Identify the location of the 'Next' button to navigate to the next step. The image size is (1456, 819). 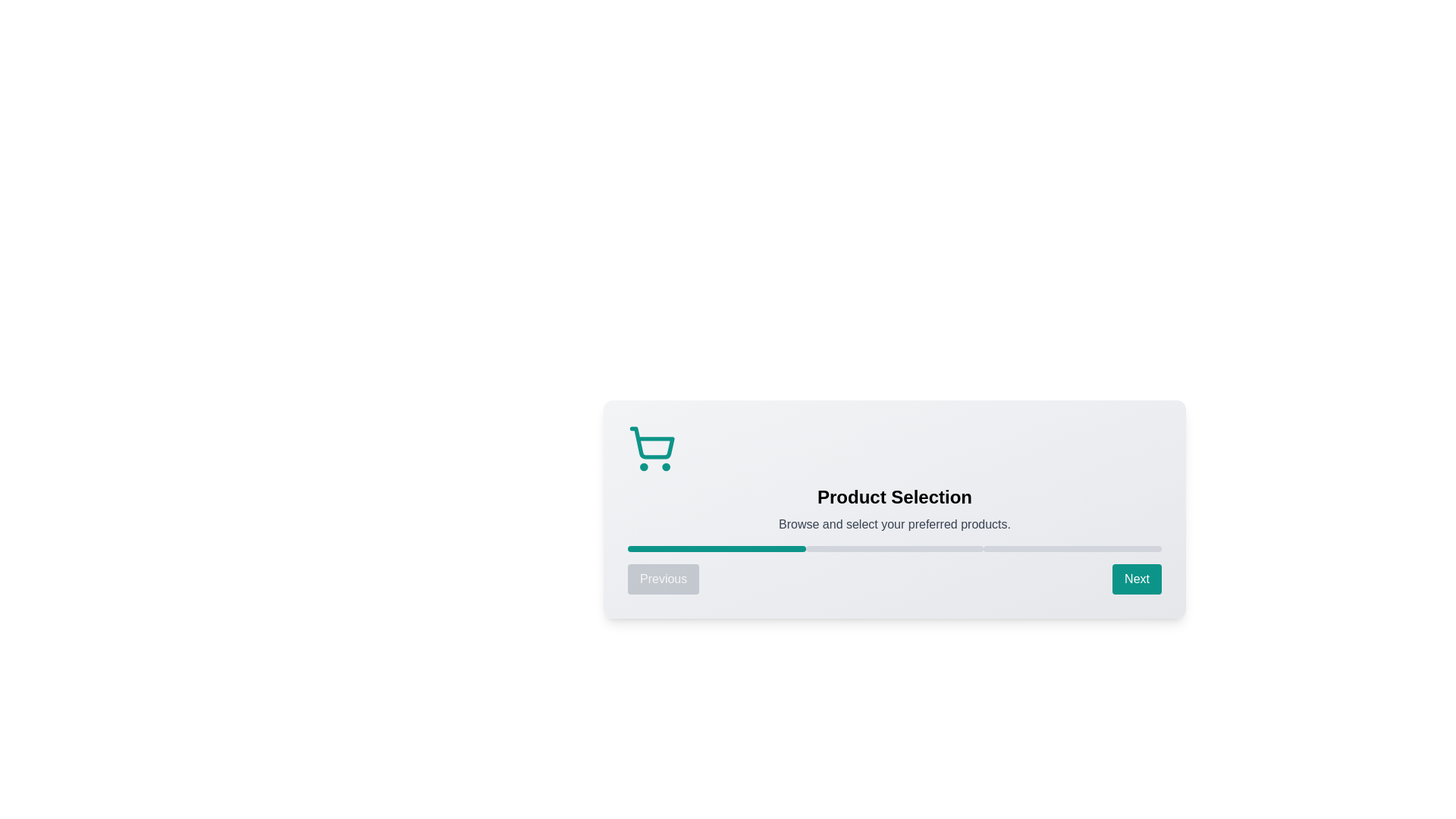
(1137, 579).